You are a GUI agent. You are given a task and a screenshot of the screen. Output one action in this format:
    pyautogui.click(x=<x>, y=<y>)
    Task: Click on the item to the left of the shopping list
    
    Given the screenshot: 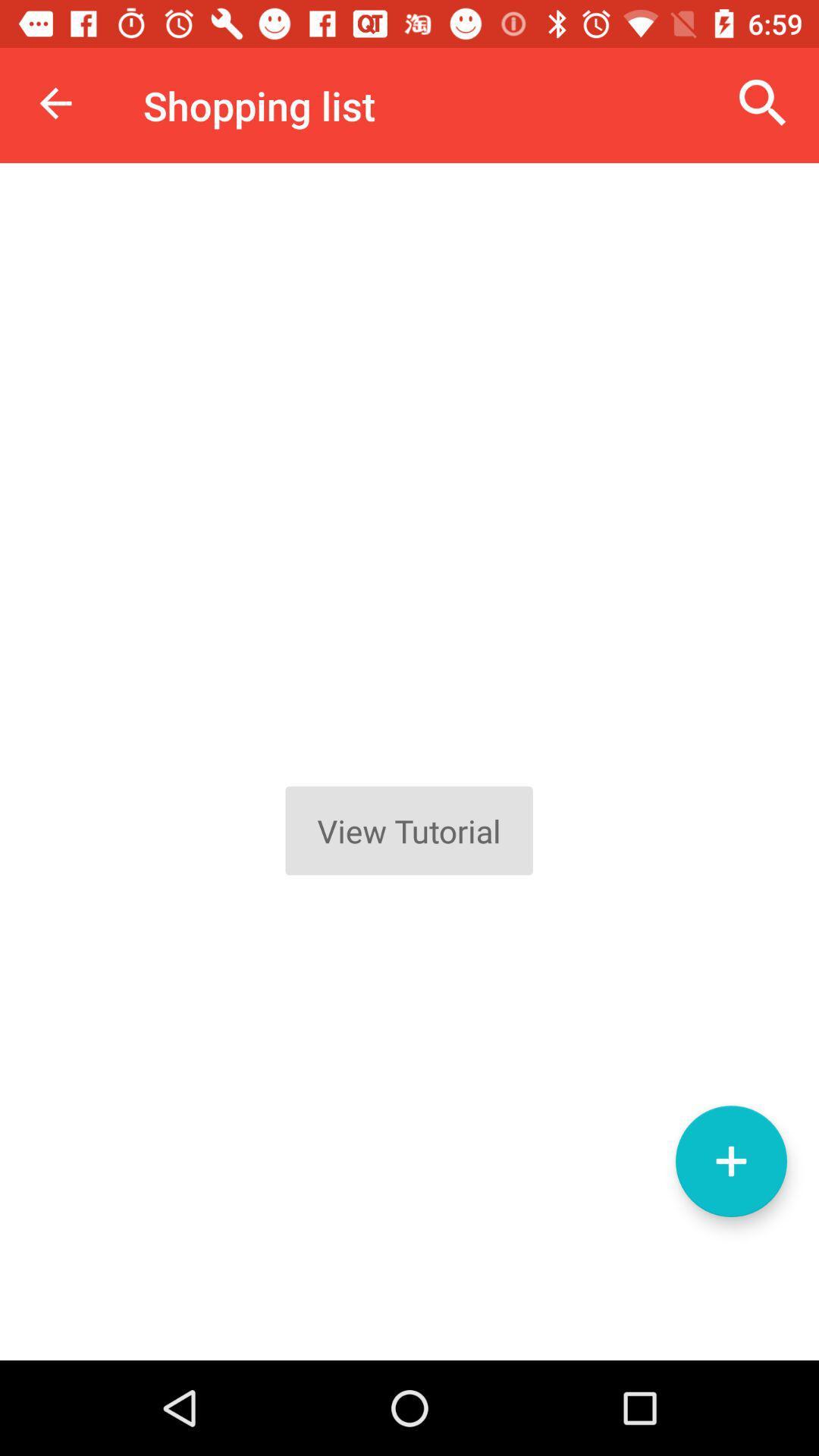 What is the action you would take?
    pyautogui.click(x=55, y=102)
    